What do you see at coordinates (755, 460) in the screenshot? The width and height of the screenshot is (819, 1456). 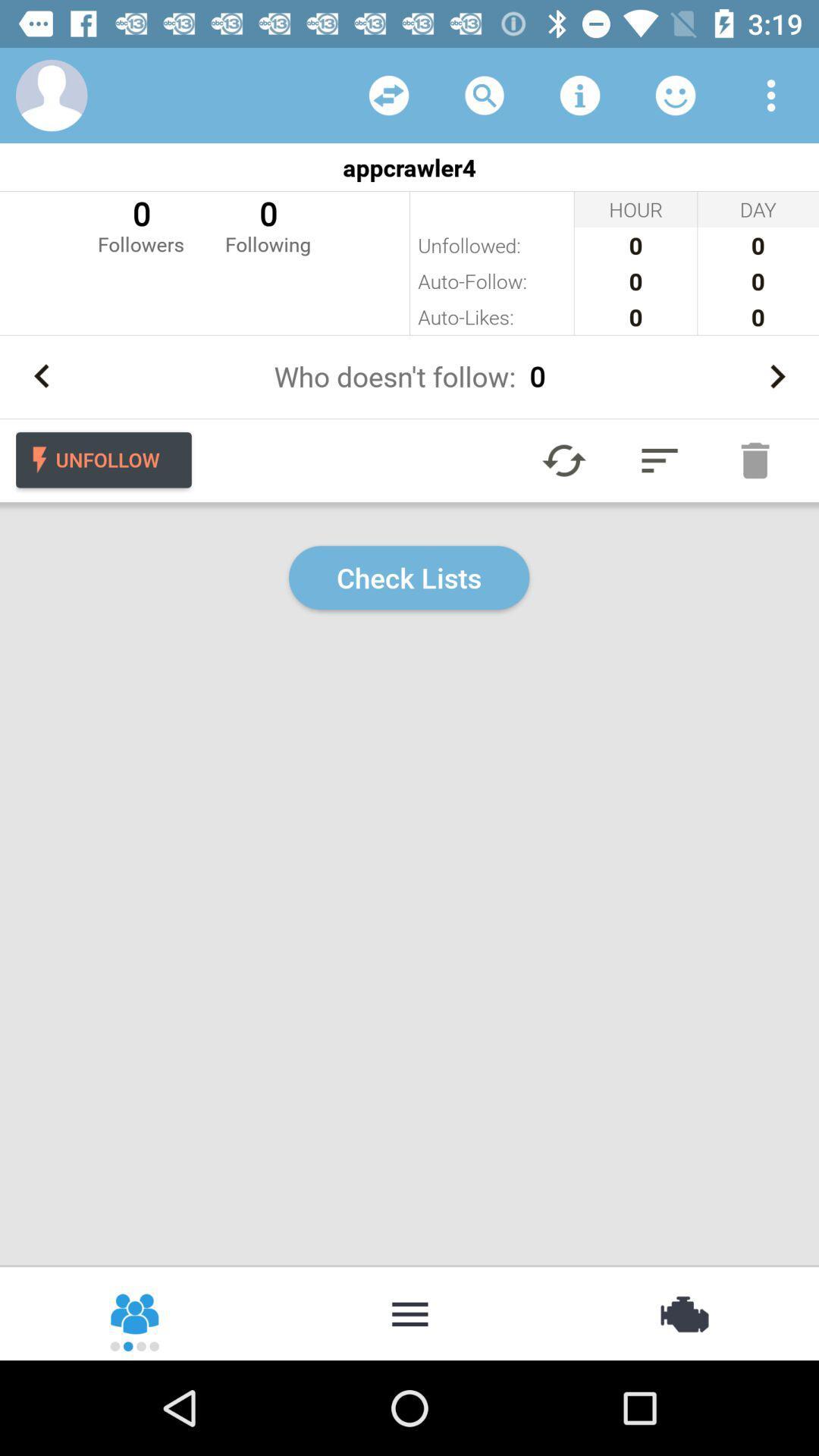 I see `press trash button` at bounding box center [755, 460].